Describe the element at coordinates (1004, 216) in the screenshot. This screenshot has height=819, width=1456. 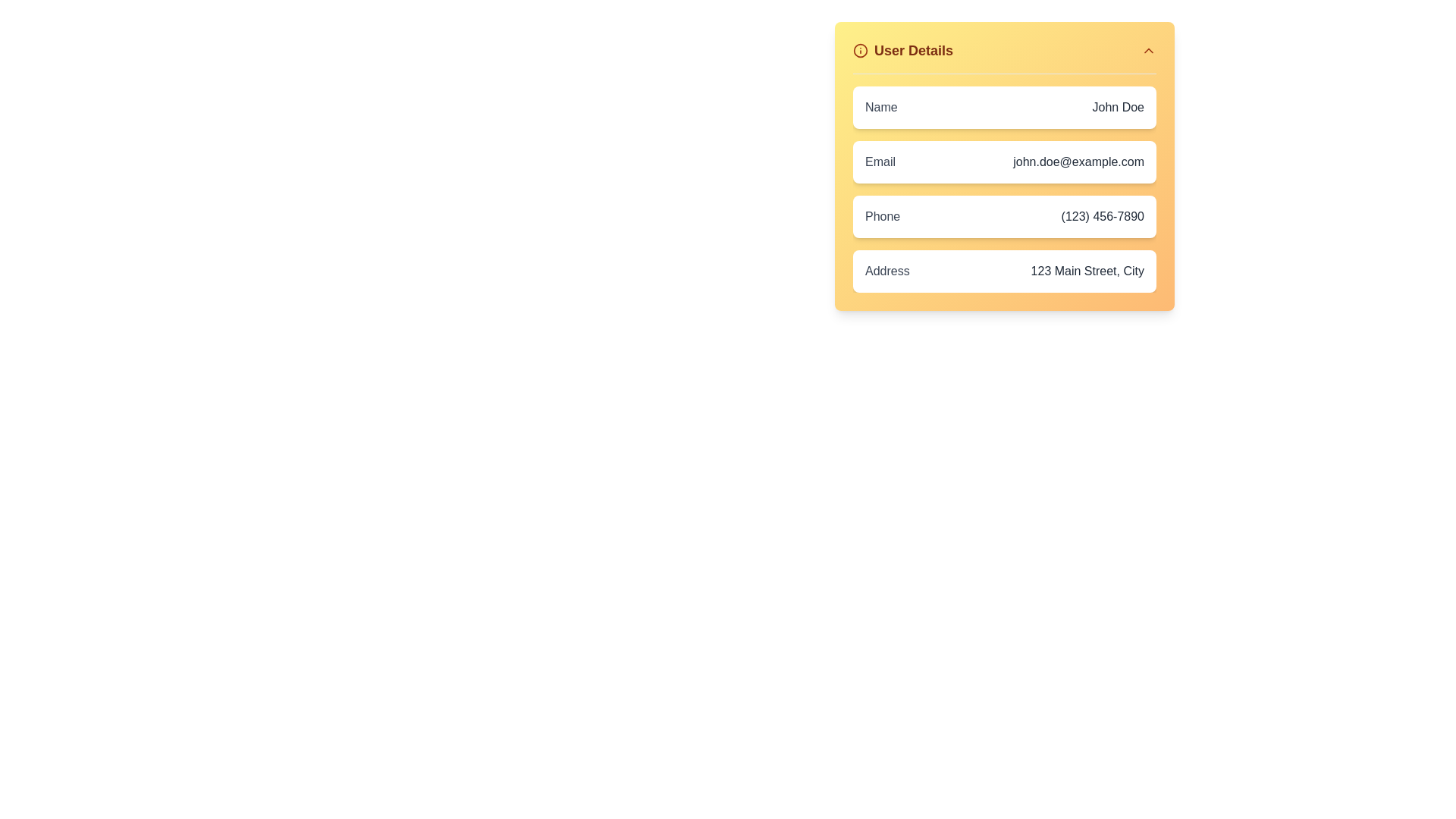
I see `information displayed in the information box containing 'Phone' and the phone number '(123) 456-7890', which is the third box in the vertical list below 'Email'` at that location.